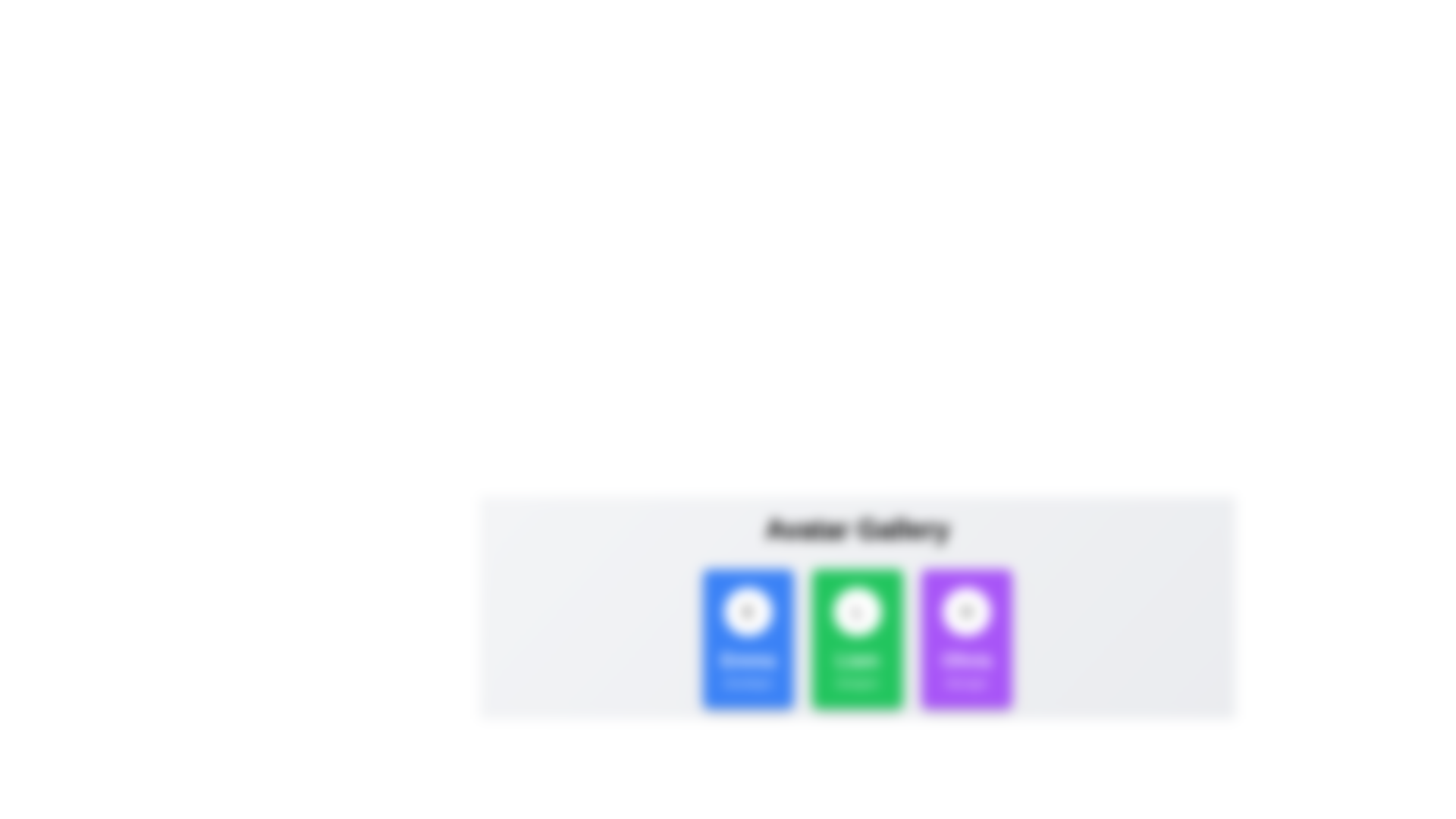 Image resolution: width=1456 pixels, height=819 pixels. I want to click on the avatar display representing 'Emma', located at the top center of the card with the designation 'Developer', so click(748, 610).